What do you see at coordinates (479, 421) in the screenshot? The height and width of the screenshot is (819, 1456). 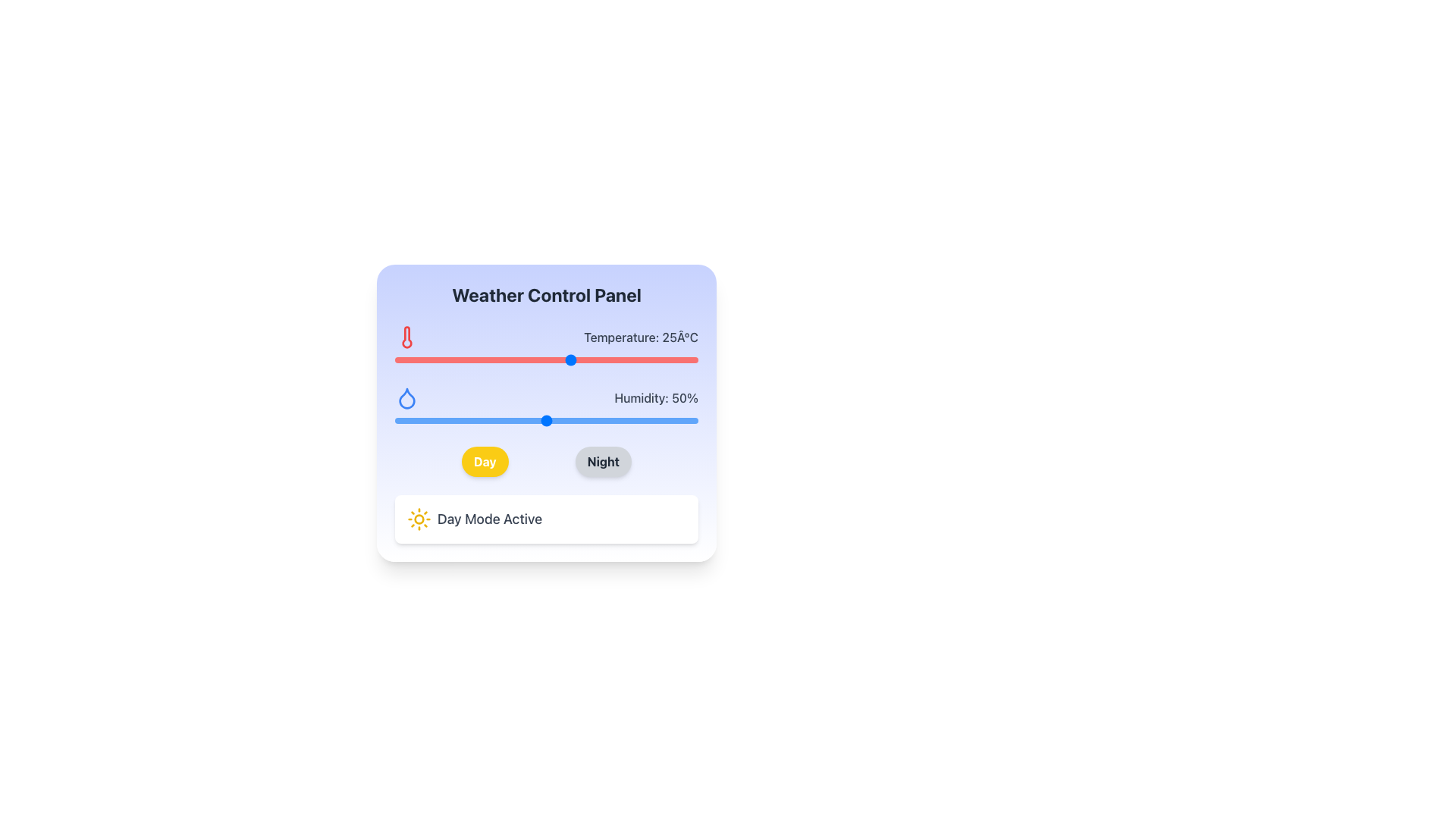 I see `humidity level` at bounding box center [479, 421].